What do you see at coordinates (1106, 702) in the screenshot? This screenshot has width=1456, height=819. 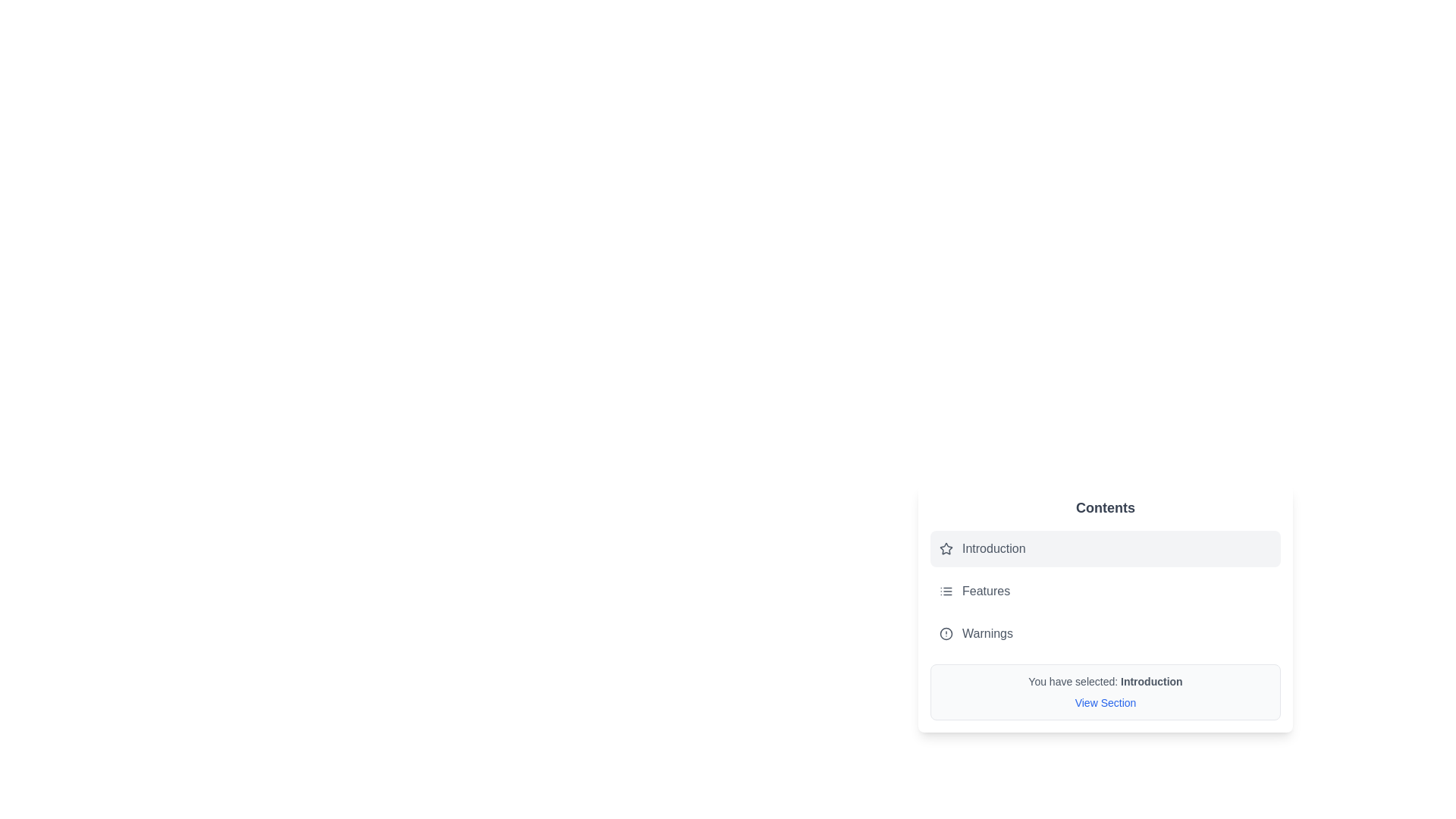 I see `the 'View Section' hyperlink located within the gray background box beneath the 'Contents' section` at bounding box center [1106, 702].